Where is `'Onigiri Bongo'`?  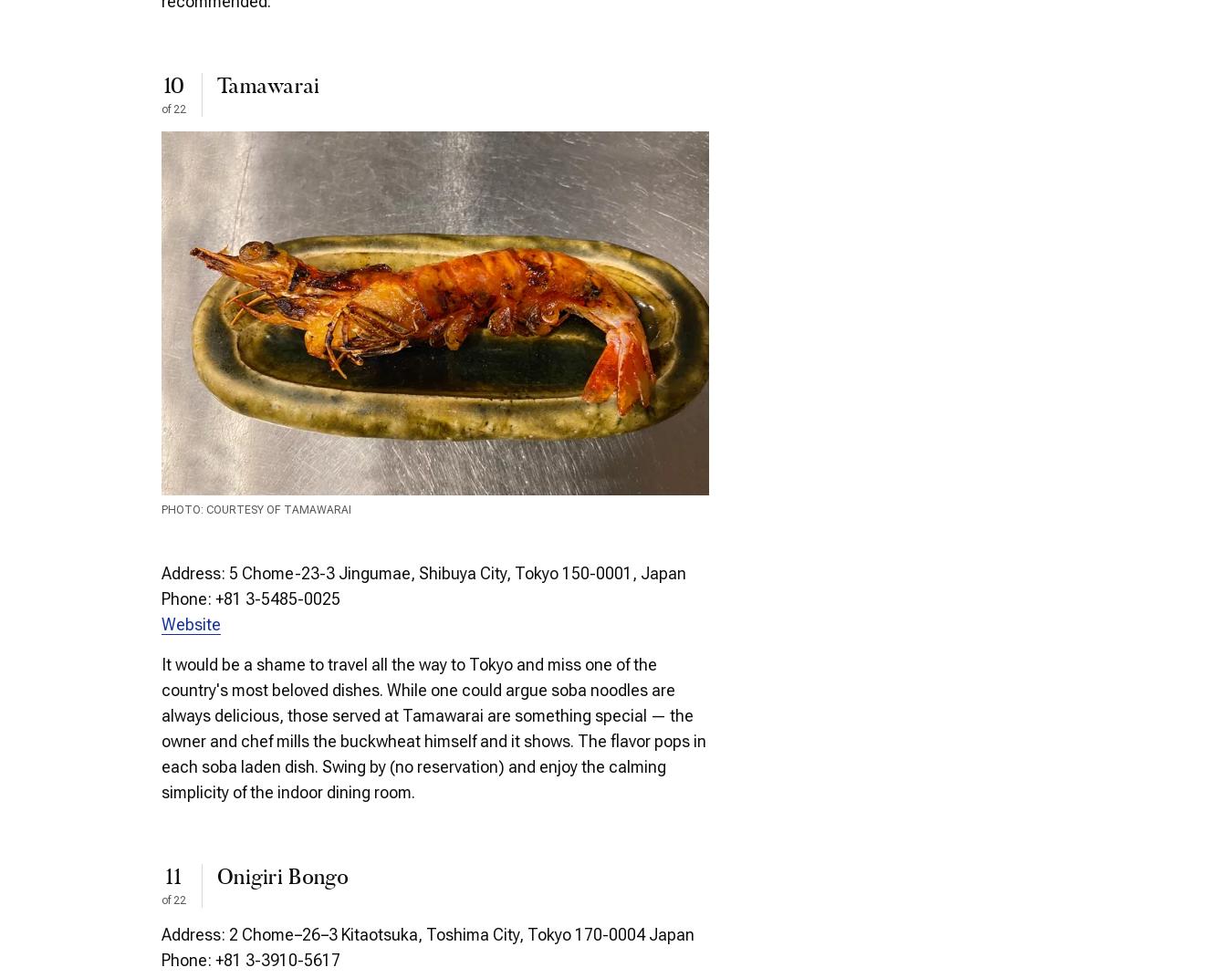
'Onigiri Bongo' is located at coordinates (281, 877).